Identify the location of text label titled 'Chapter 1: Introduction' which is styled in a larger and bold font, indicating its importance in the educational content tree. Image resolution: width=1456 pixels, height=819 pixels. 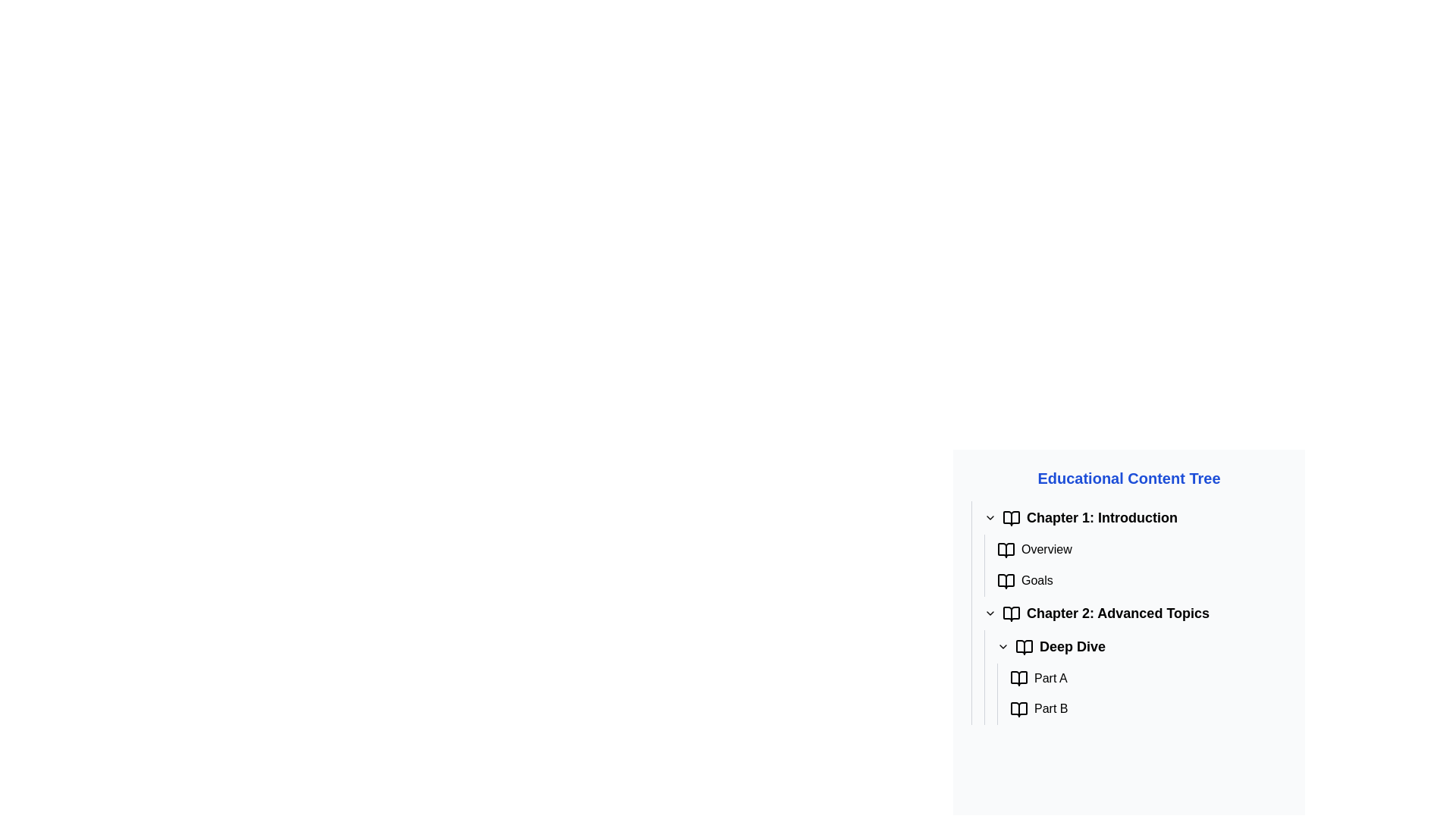
(1089, 516).